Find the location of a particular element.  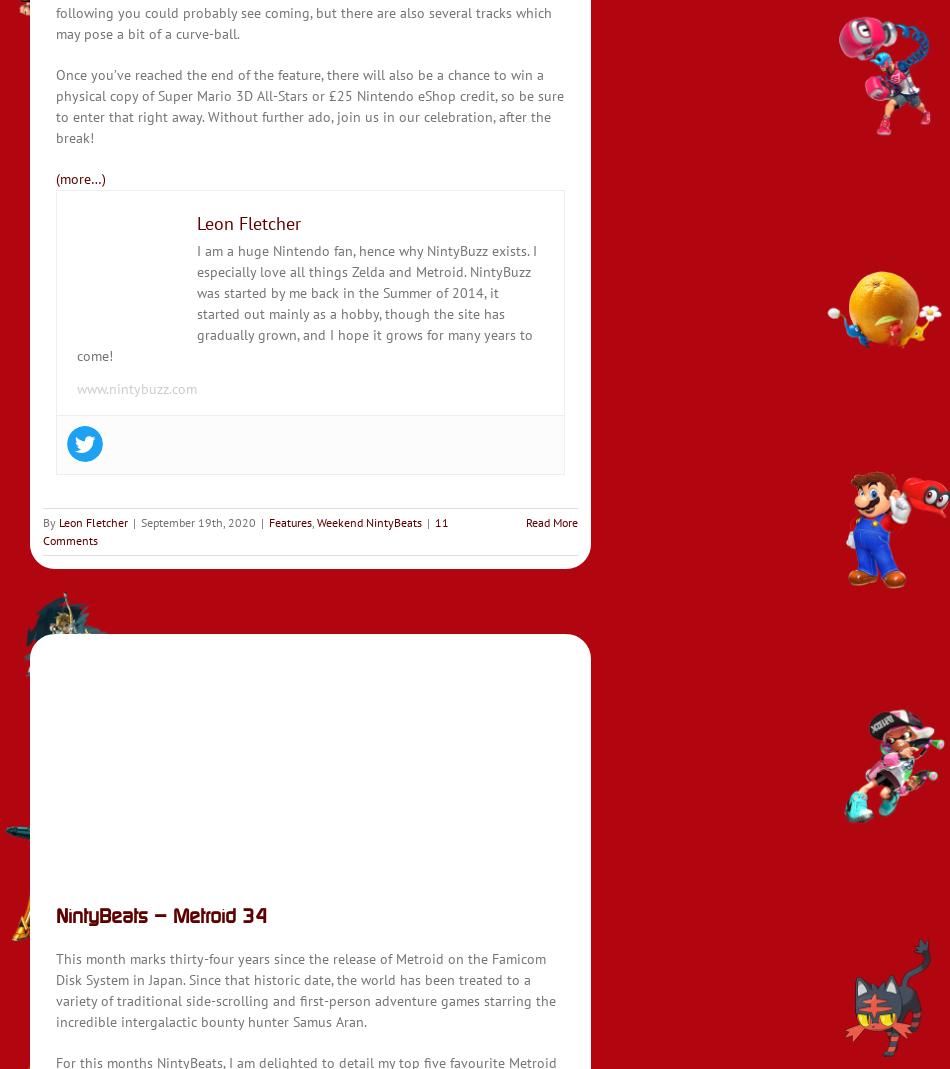

'September 19th, 2020' is located at coordinates (140, 521).